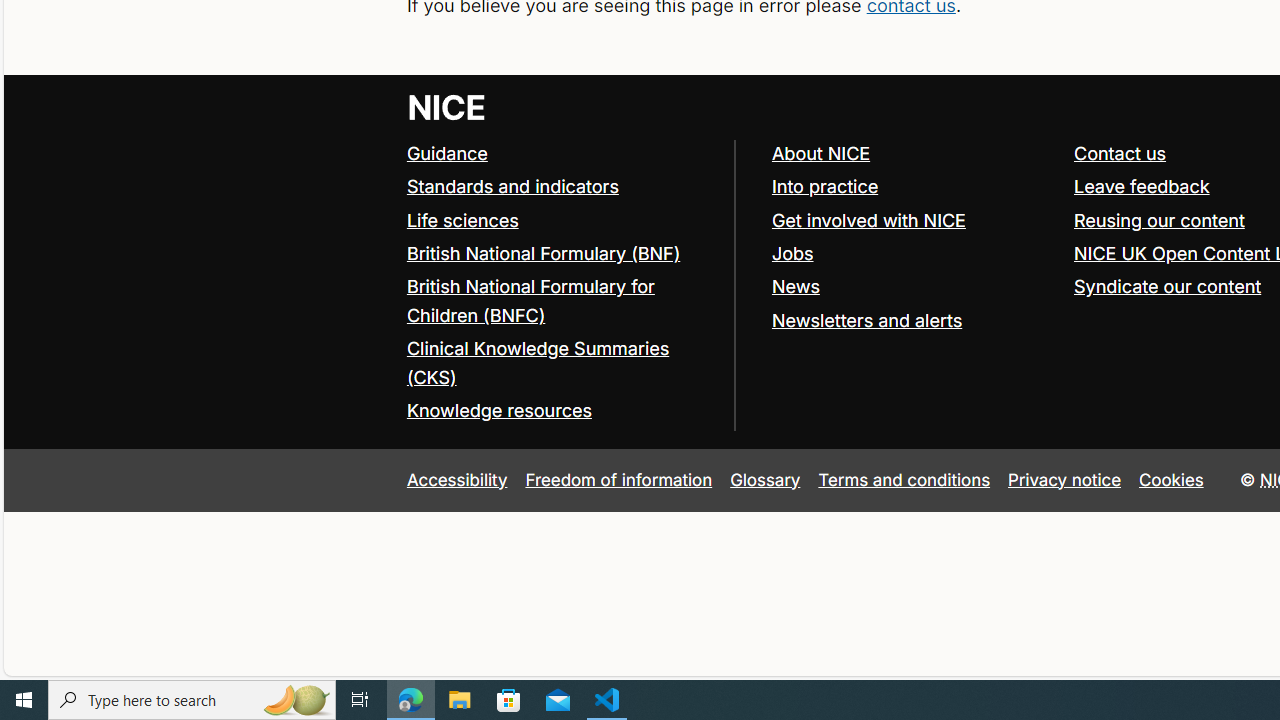 This screenshot has height=720, width=1280. Describe the element at coordinates (498, 410) in the screenshot. I see `'Knowledge resources'` at that location.